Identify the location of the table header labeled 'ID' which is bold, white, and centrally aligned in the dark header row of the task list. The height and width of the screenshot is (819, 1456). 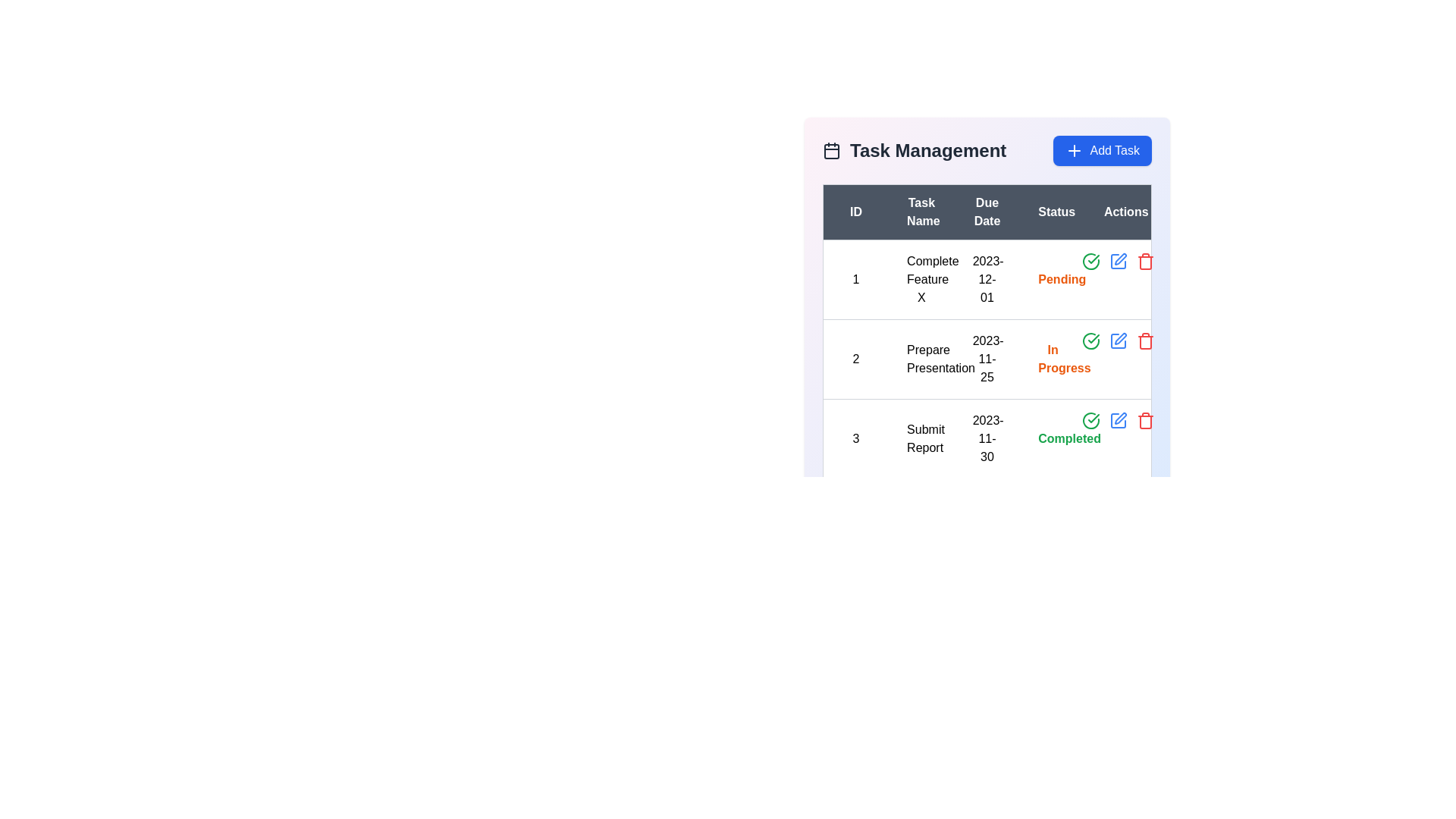
(855, 212).